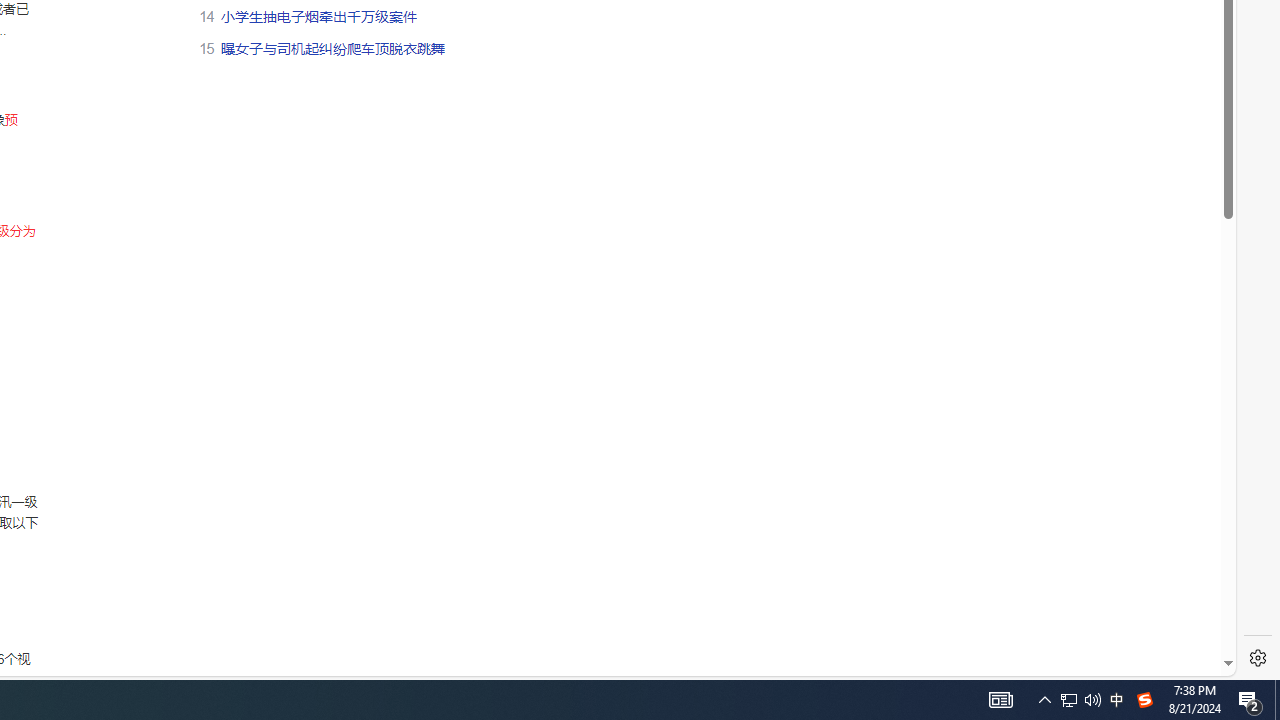  Describe the element at coordinates (1257, 658) in the screenshot. I see `'Settings'` at that location.